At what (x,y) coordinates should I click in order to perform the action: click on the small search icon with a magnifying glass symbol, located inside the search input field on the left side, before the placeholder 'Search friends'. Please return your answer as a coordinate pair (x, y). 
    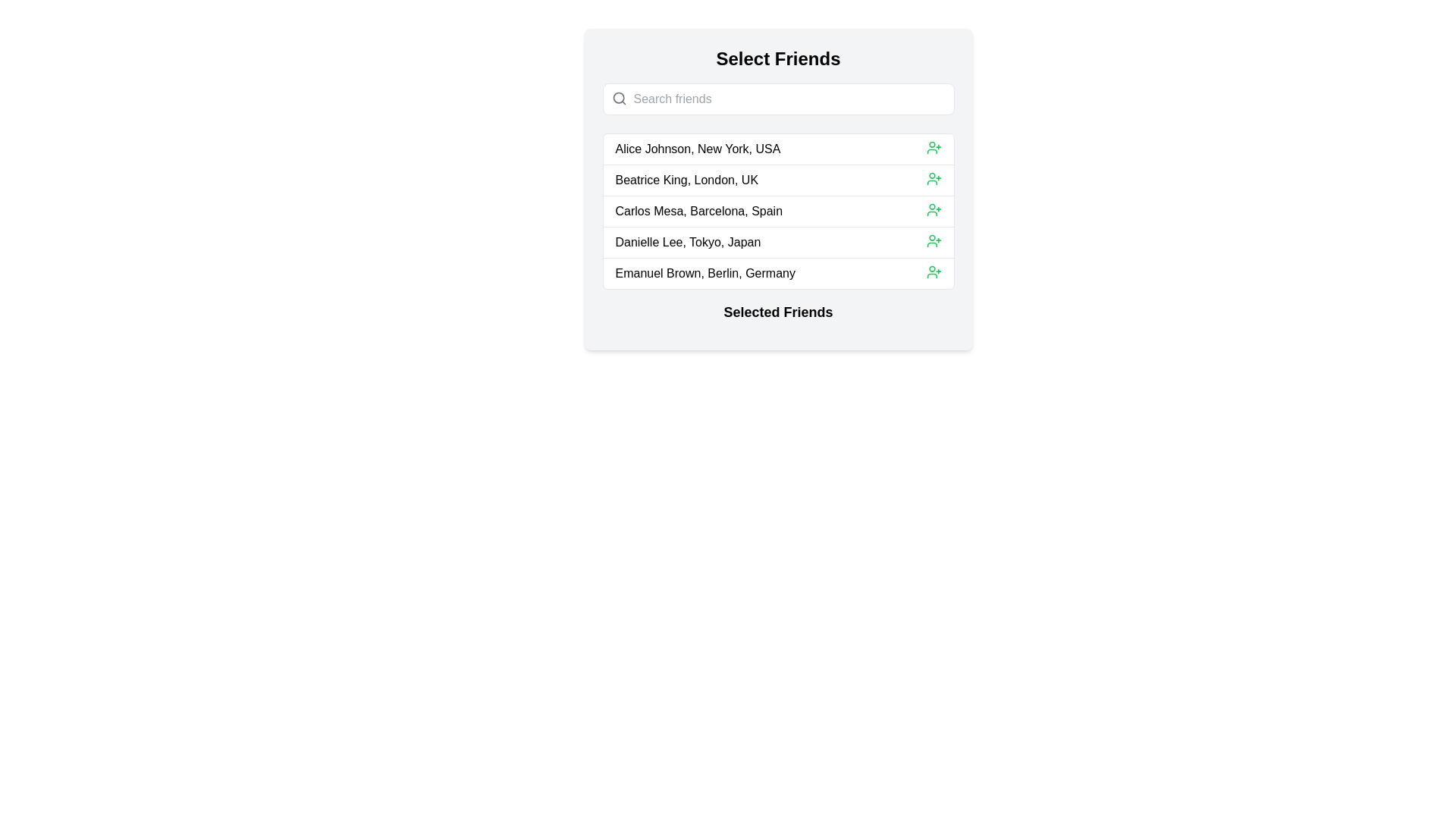
    Looking at the image, I should click on (619, 99).